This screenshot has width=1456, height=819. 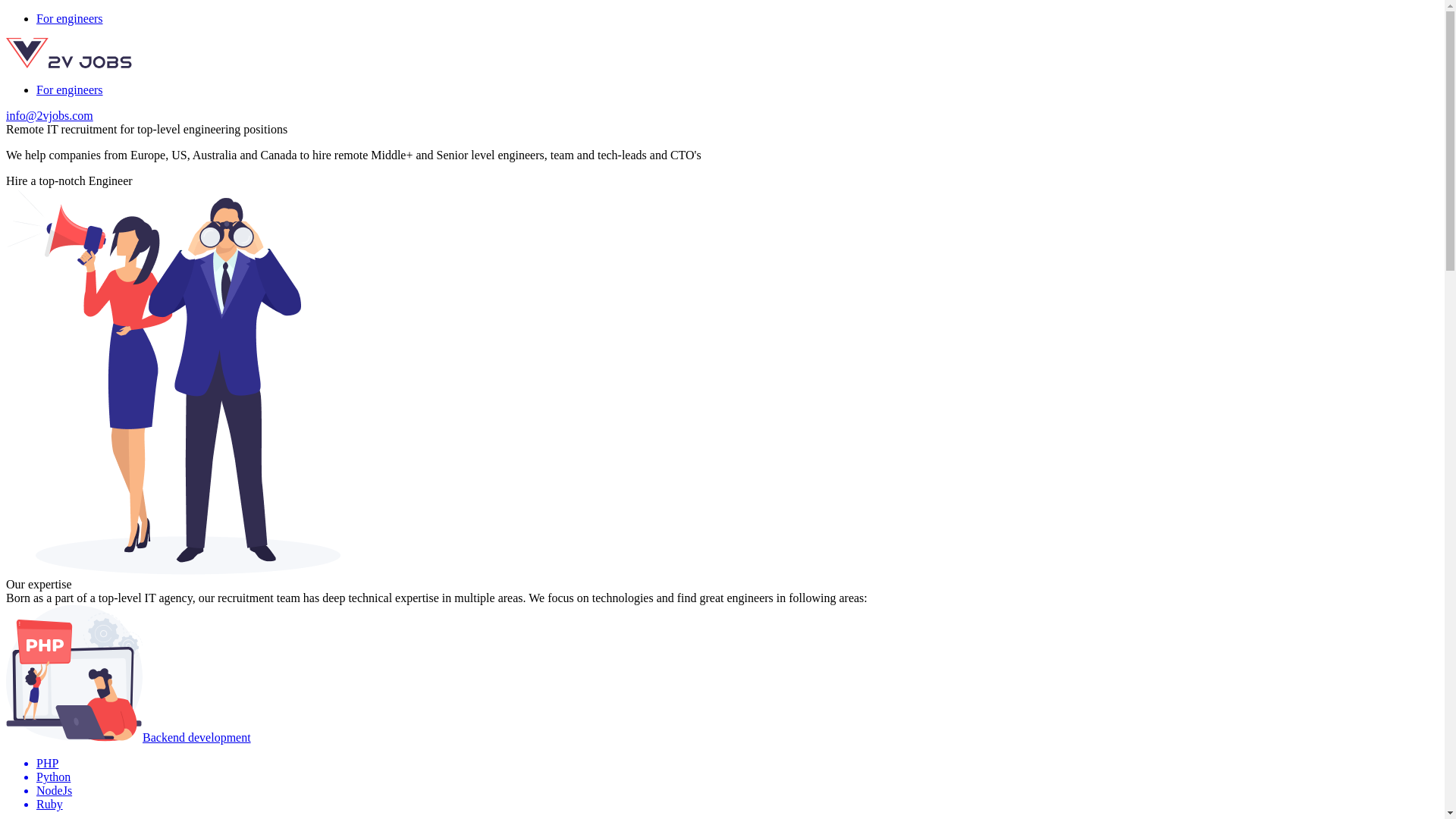 I want to click on 'For engineers', so click(x=68, y=89).